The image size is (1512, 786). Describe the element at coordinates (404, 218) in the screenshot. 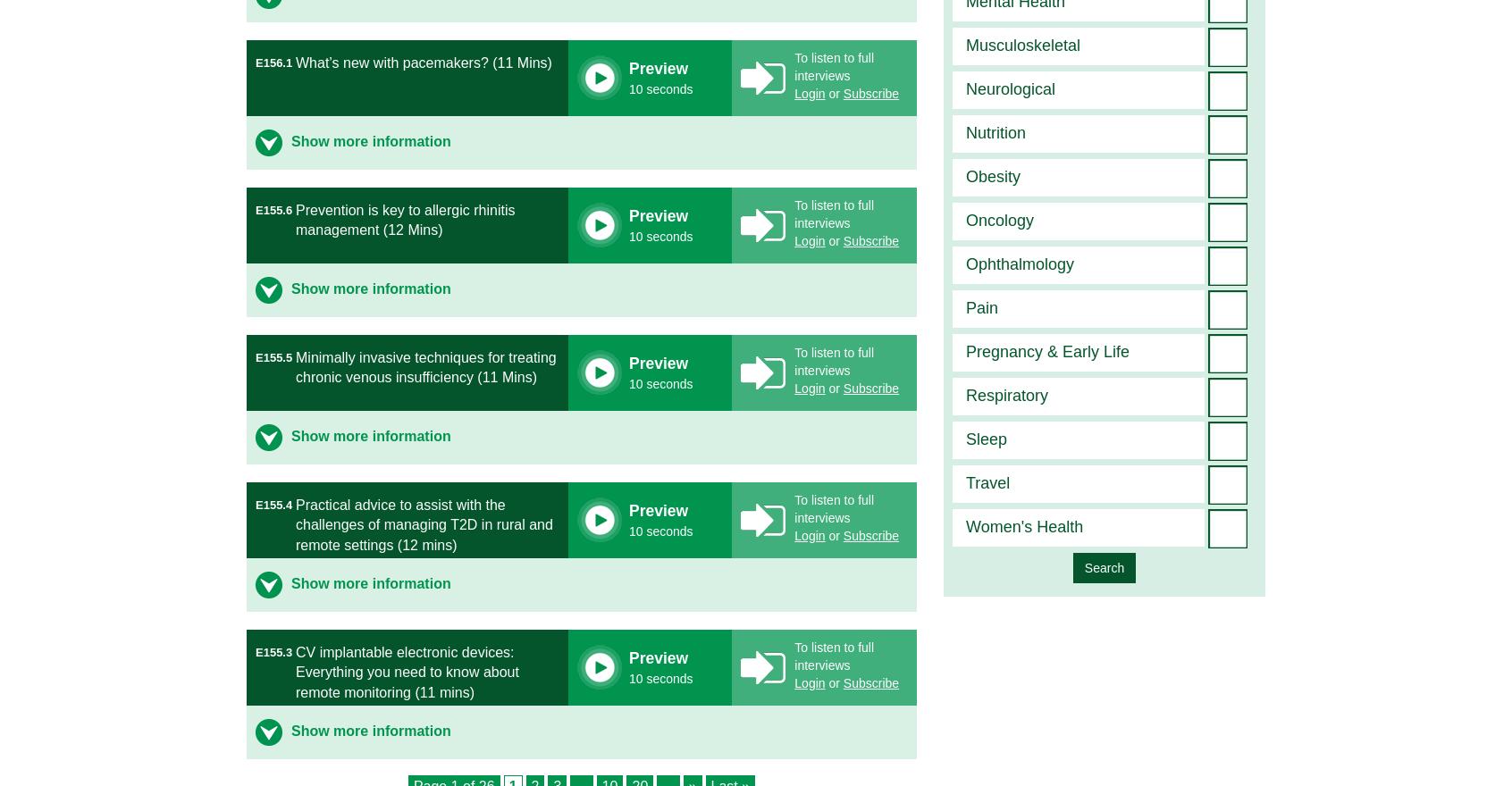

I see `'Prevention is key to allergic rhinitis management (12 Mins)'` at that location.